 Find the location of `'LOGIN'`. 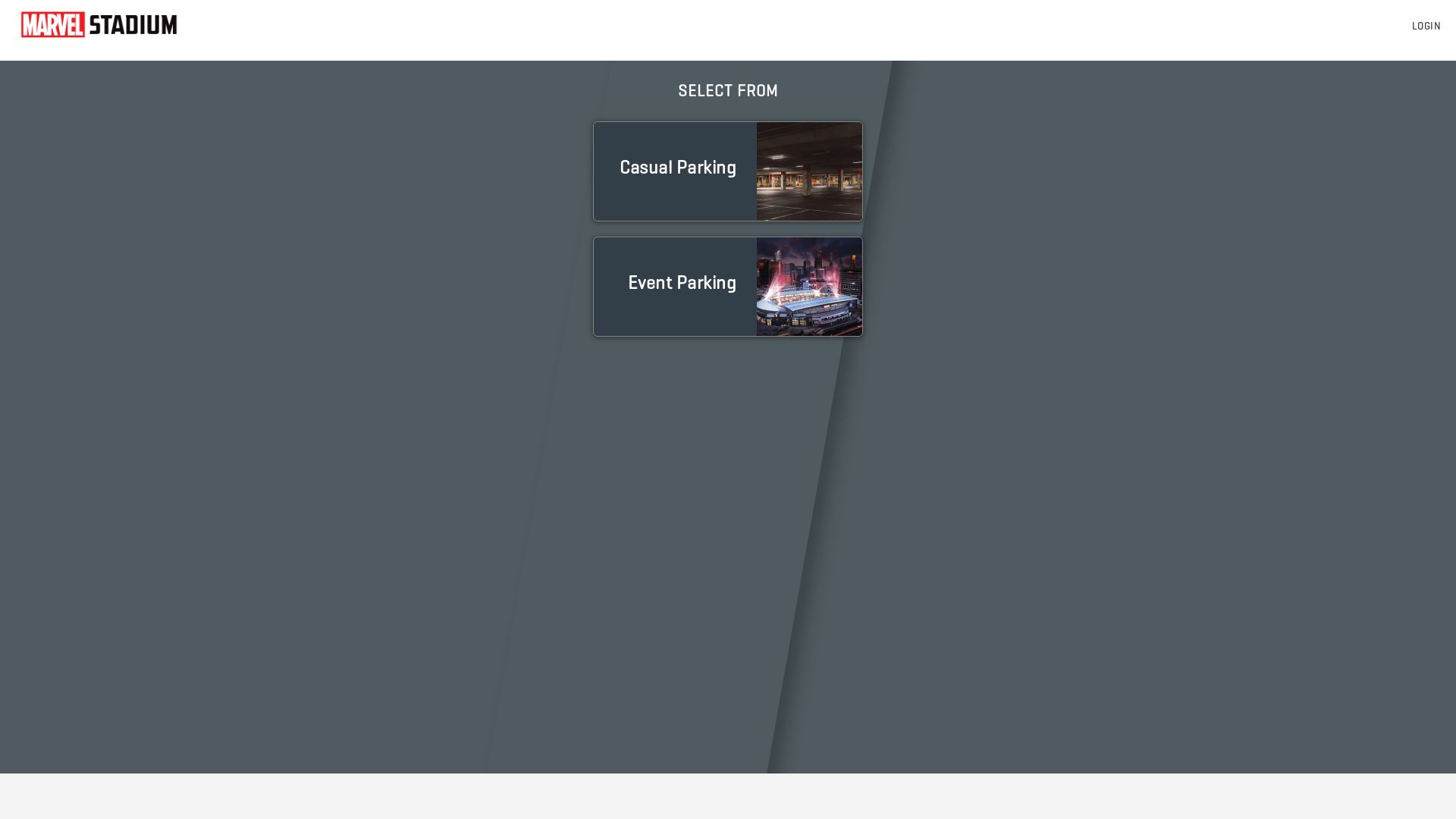

'LOGIN' is located at coordinates (1426, 26).